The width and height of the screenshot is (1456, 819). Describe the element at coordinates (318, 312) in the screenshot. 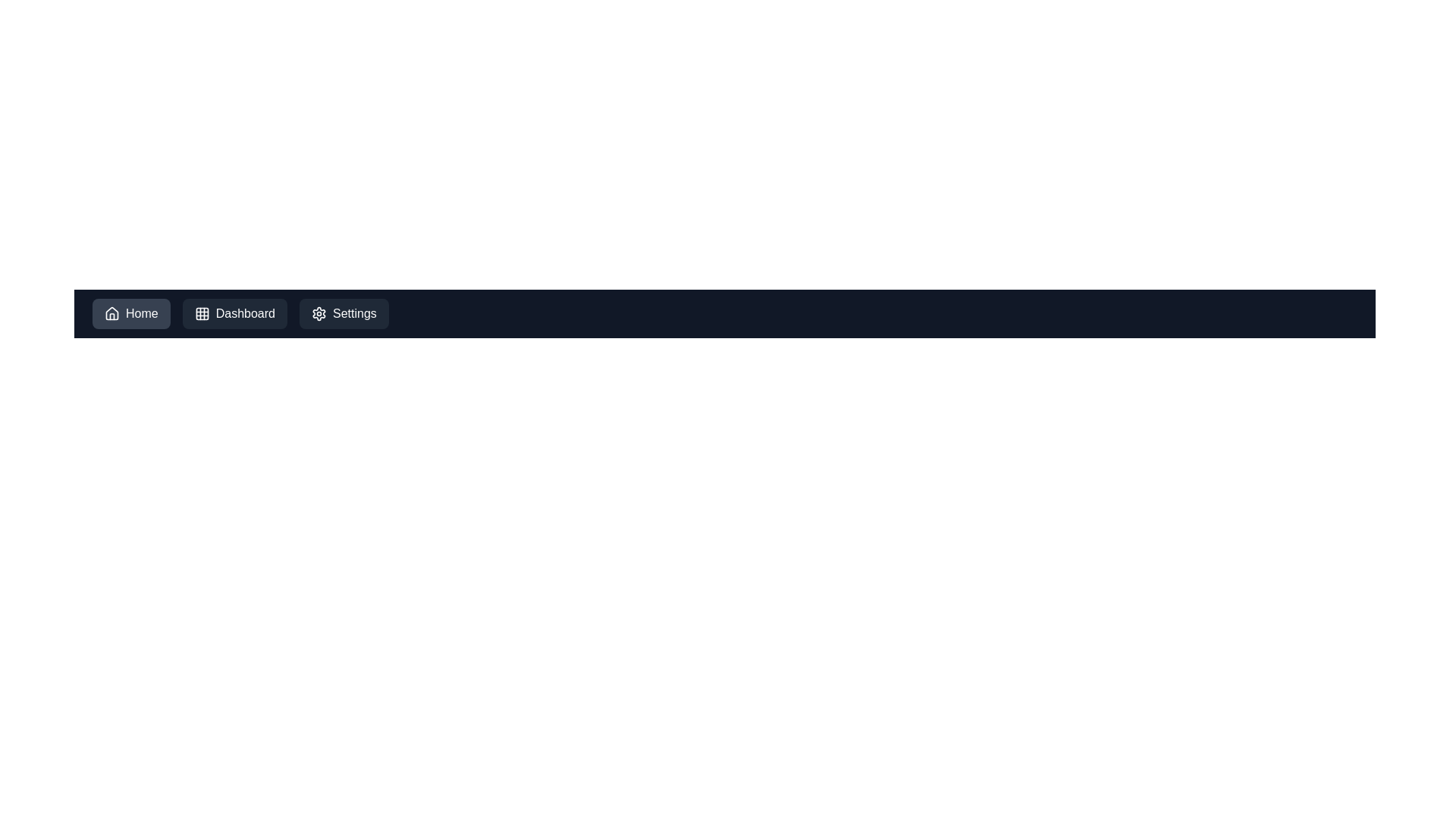

I see `the icon located to the left of the 'Settings' text label in the navigation bar, which visually indicates the purpose of the 'Settings' button` at that location.